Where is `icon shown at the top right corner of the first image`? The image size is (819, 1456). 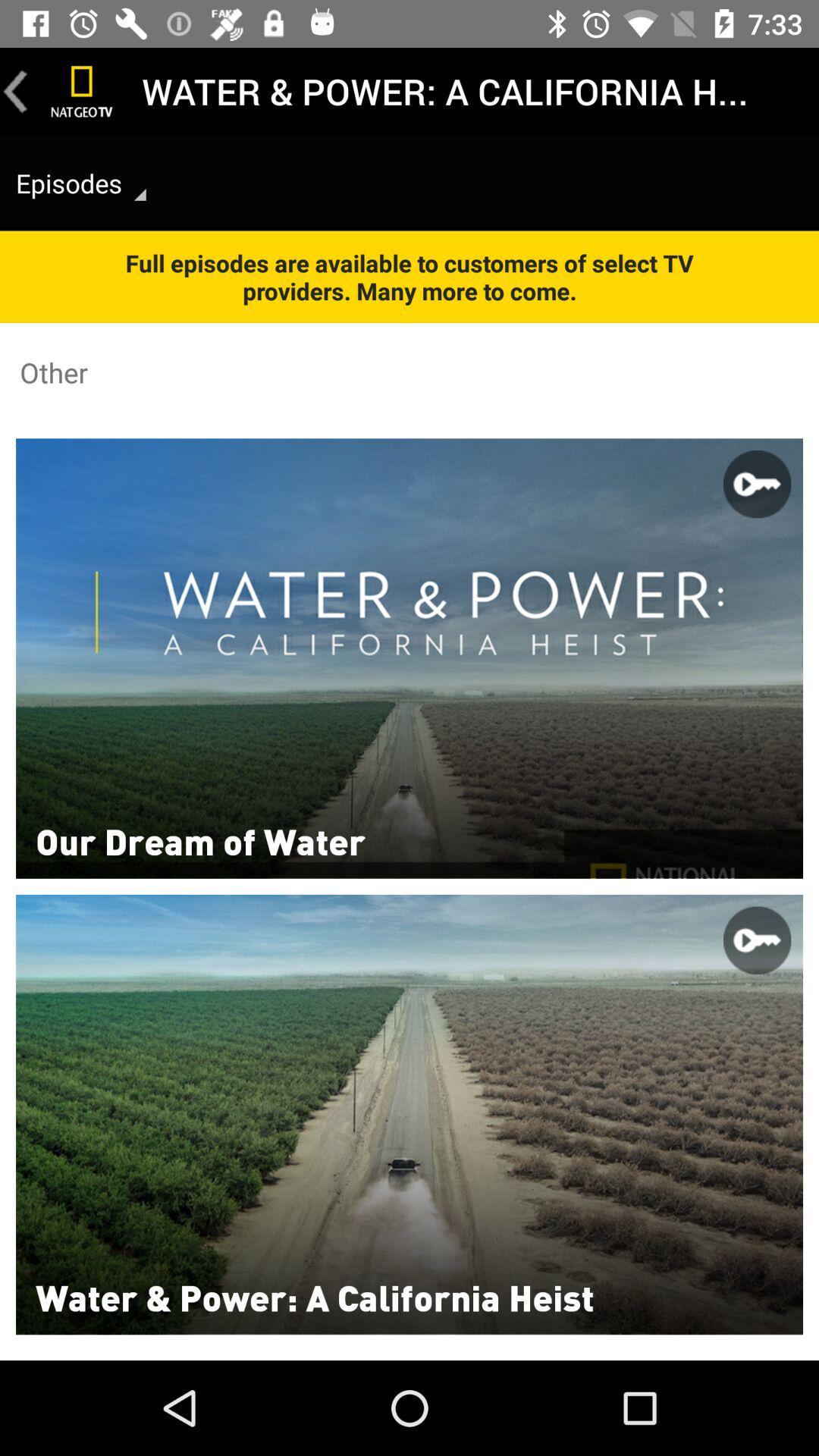
icon shown at the top right corner of the first image is located at coordinates (757, 483).